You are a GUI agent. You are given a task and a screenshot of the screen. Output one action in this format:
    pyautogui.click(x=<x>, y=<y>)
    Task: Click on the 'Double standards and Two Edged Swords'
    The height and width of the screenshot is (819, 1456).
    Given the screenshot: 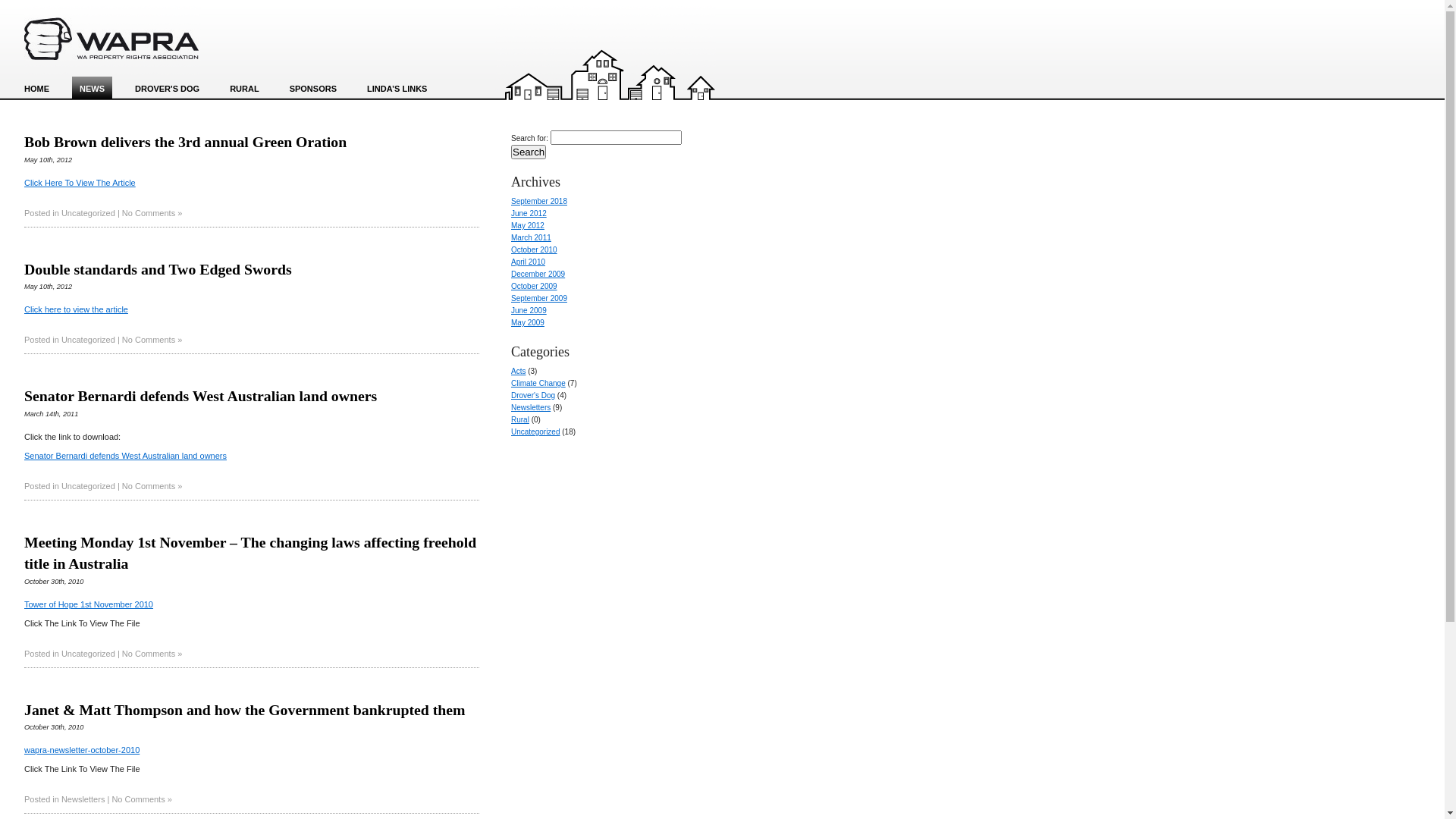 What is the action you would take?
    pyautogui.click(x=158, y=268)
    